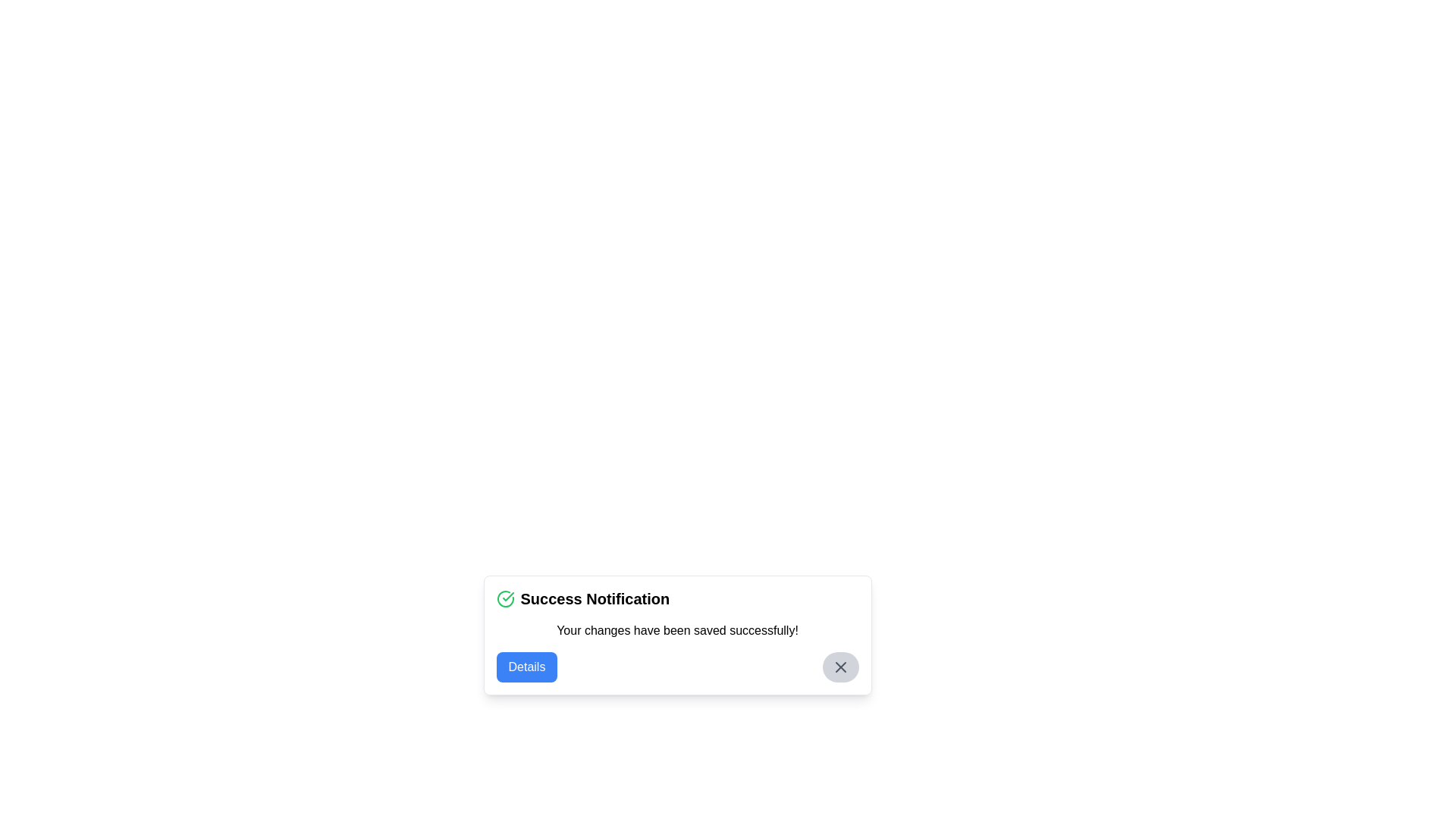 The height and width of the screenshot is (819, 1456). Describe the element at coordinates (839, 666) in the screenshot. I see `the small circular button with a grey background and 'X' icon located in the top-right corner of the notification box` at that location.